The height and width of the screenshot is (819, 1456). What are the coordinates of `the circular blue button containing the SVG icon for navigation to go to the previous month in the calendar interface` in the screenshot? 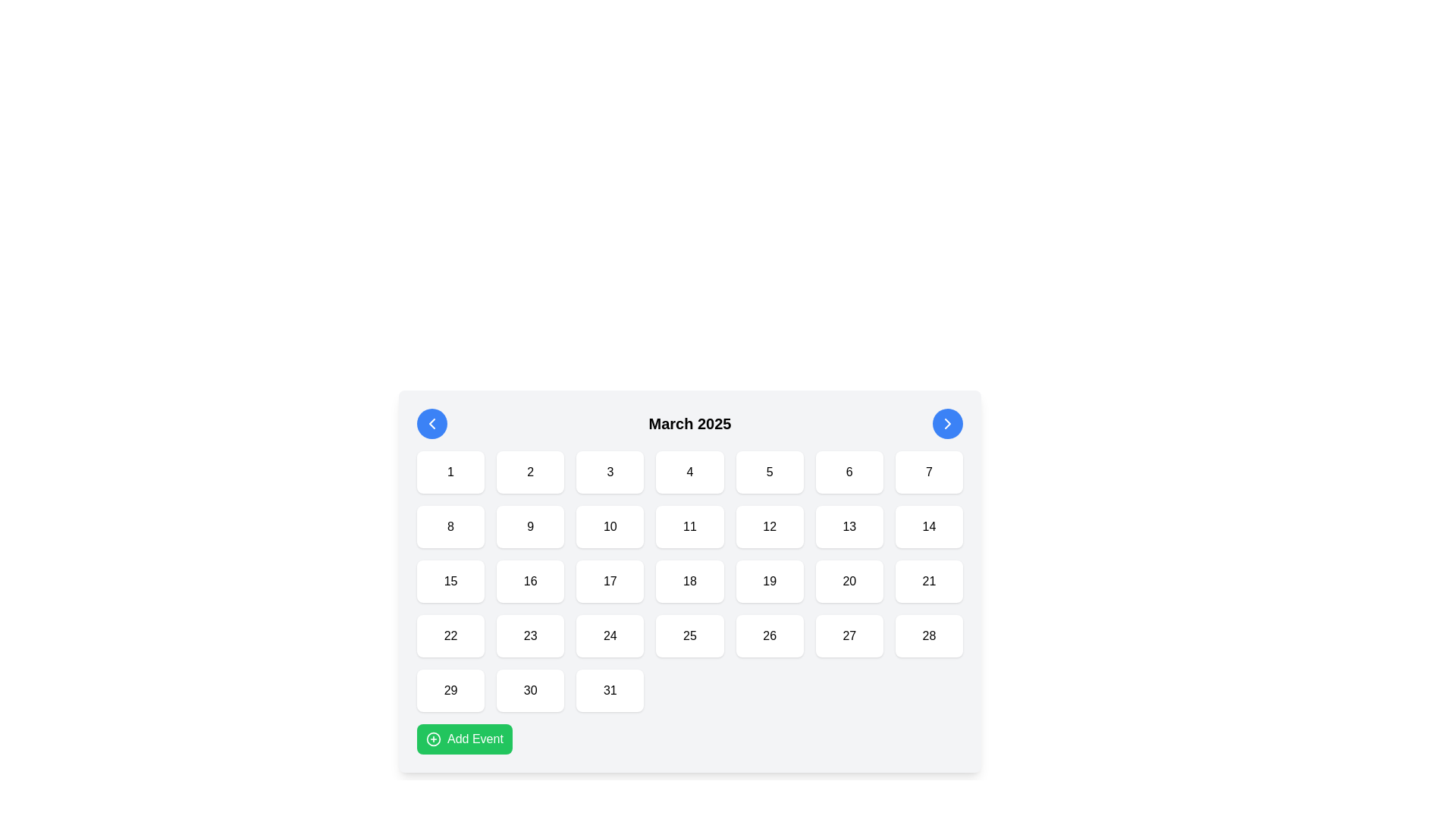 It's located at (431, 424).